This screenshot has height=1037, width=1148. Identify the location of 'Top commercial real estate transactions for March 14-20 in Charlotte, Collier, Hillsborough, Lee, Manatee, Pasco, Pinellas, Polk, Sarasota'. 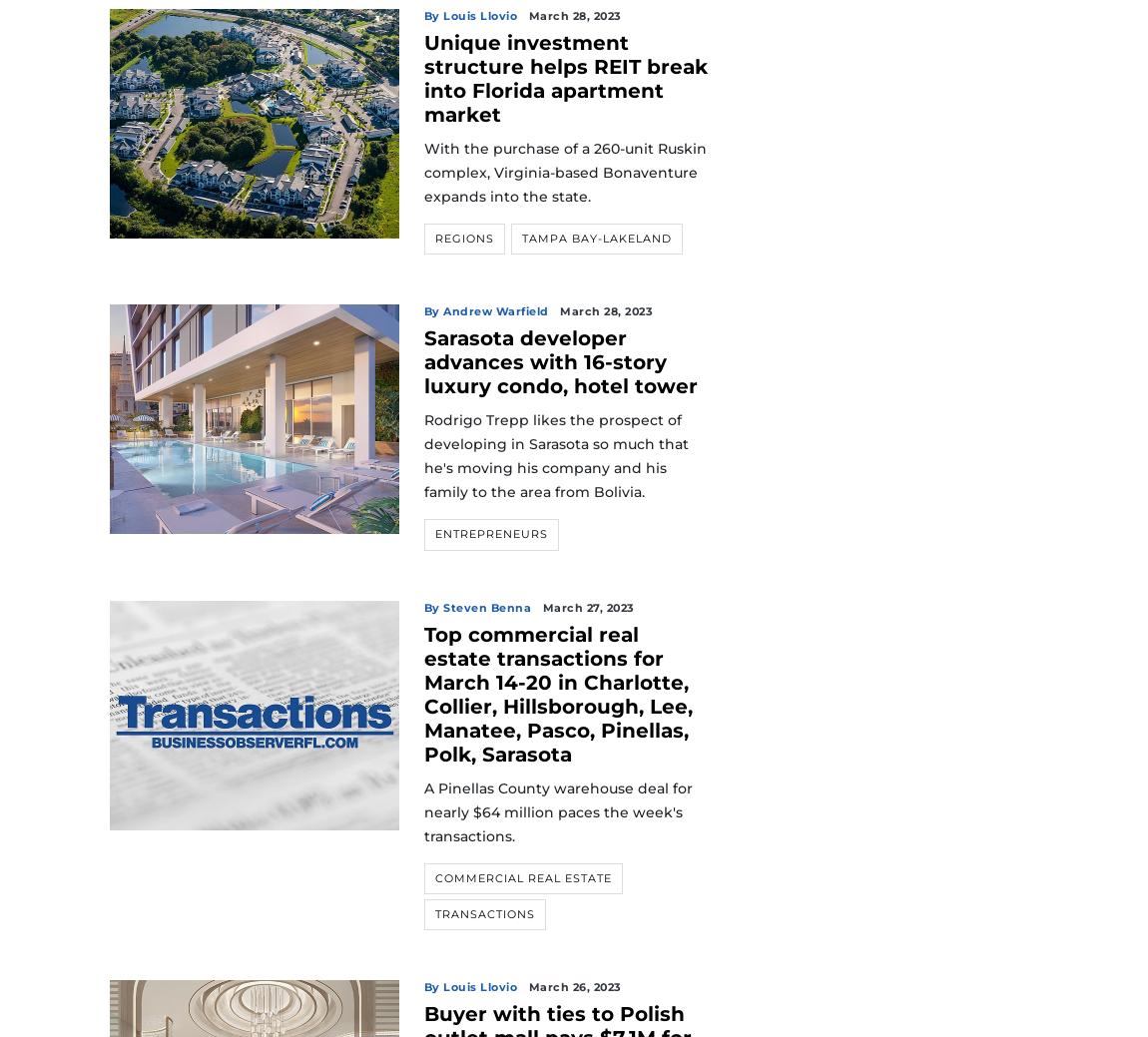
(557, 692).